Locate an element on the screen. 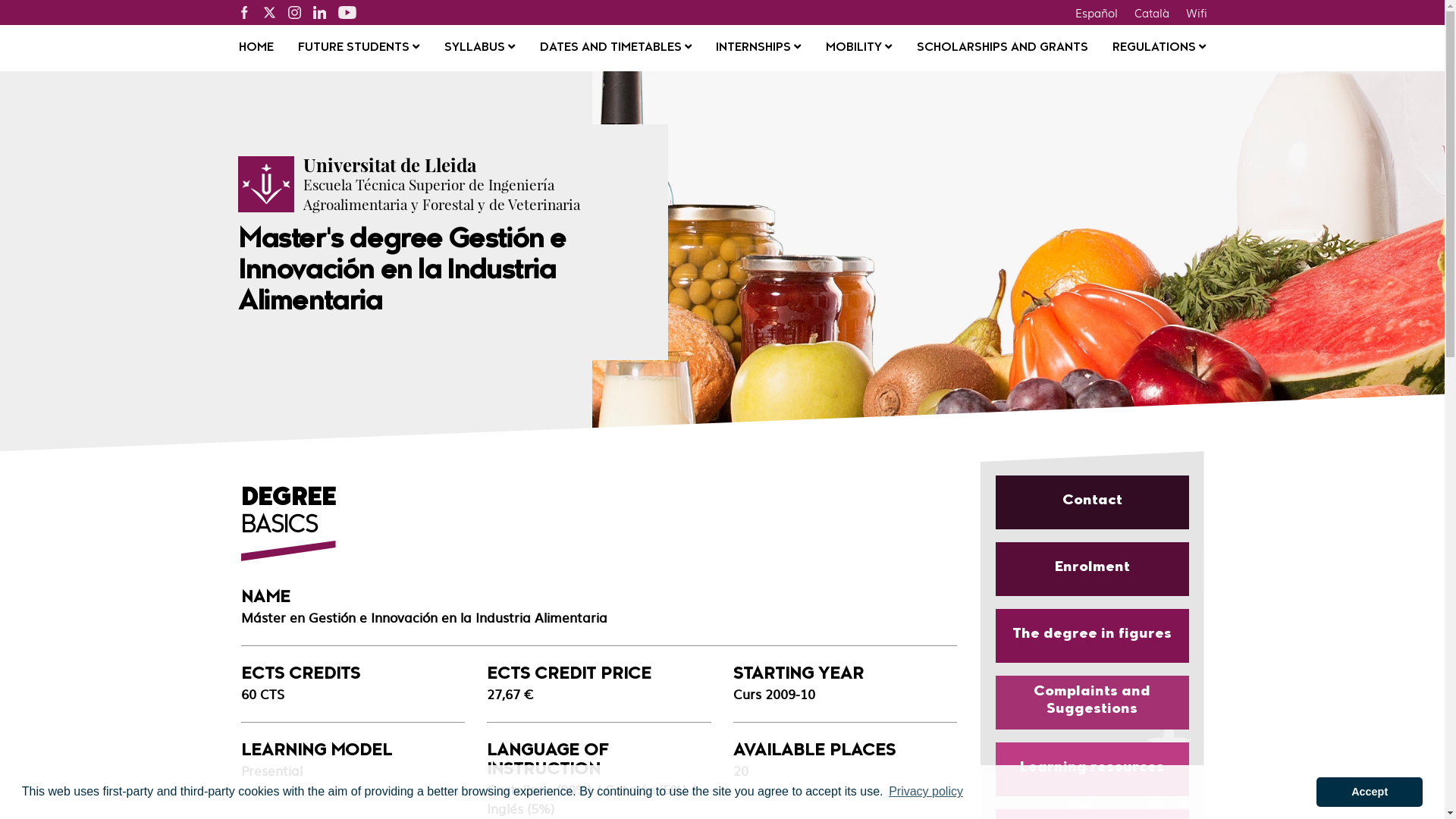 This screenshot has width=1456, height=819. 'MOBILITY' is located at coordinates (858, 47).